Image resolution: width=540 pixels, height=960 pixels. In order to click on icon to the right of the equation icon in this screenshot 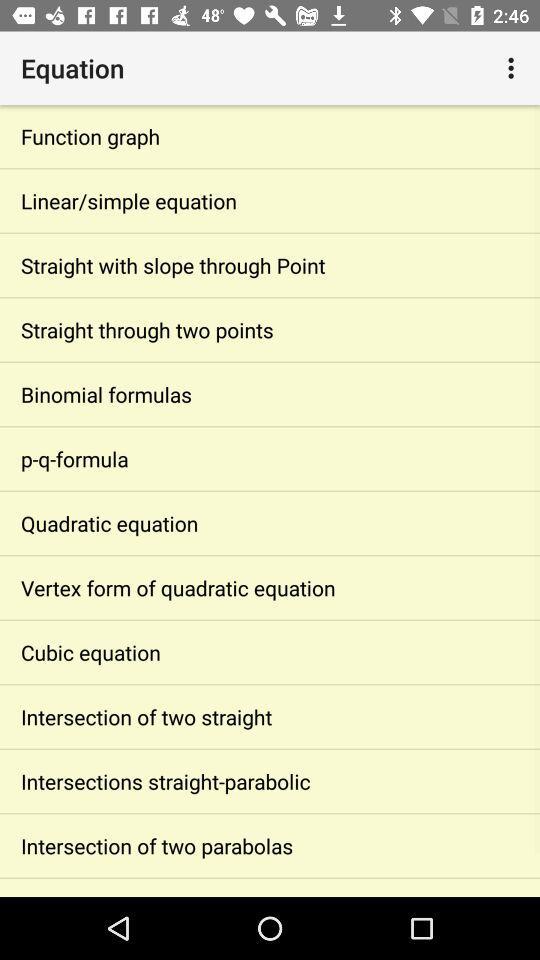, I will do `click(513, 68)`.